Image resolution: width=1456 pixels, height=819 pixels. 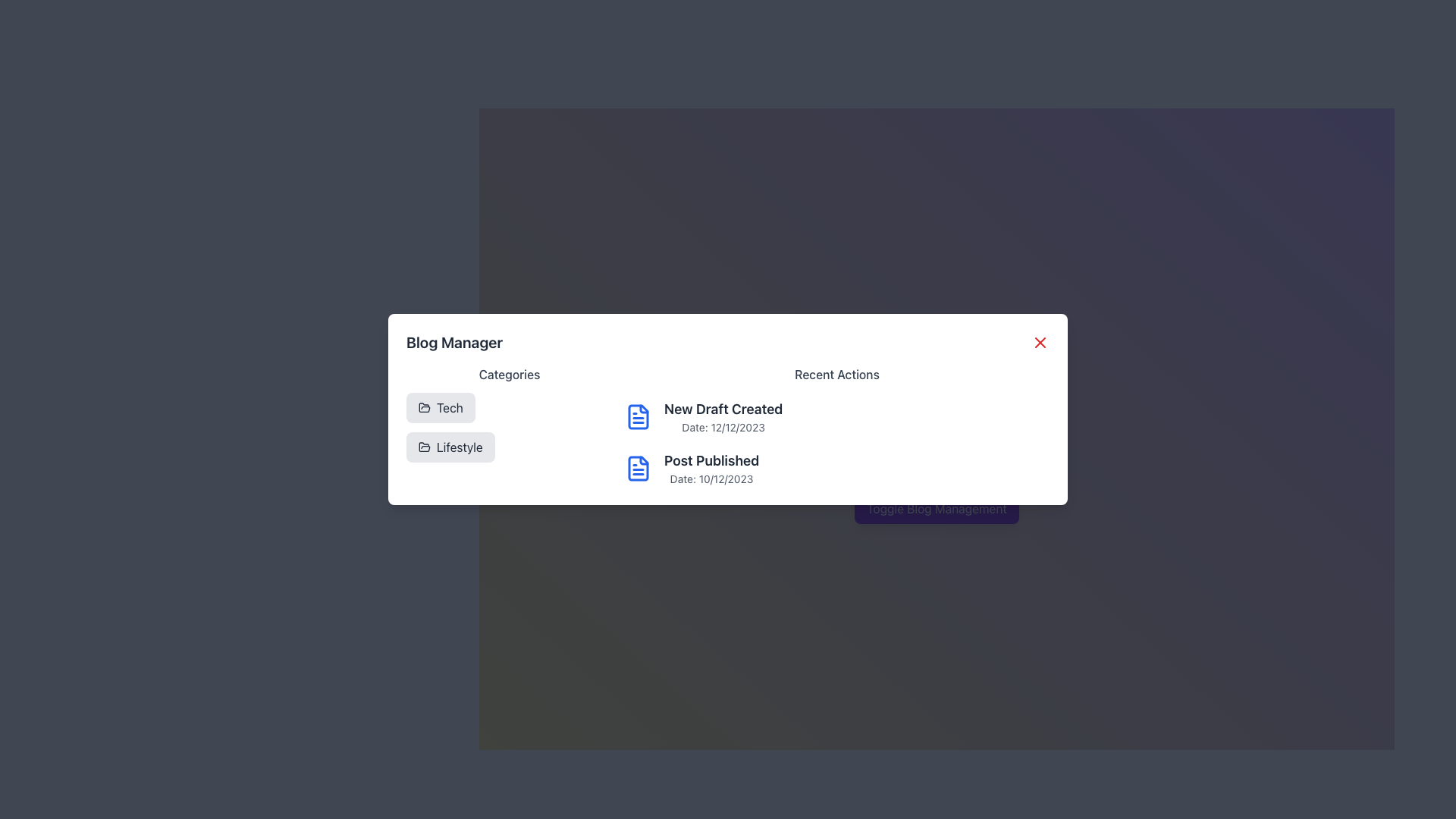 What do you see at coordinates (1040, 342) in the screenshot?
I see `the bottom-left diagonal line of the 'X' icon representing the close button in the top-right corner of the modal dialog` at bounding box center [1040, 342].